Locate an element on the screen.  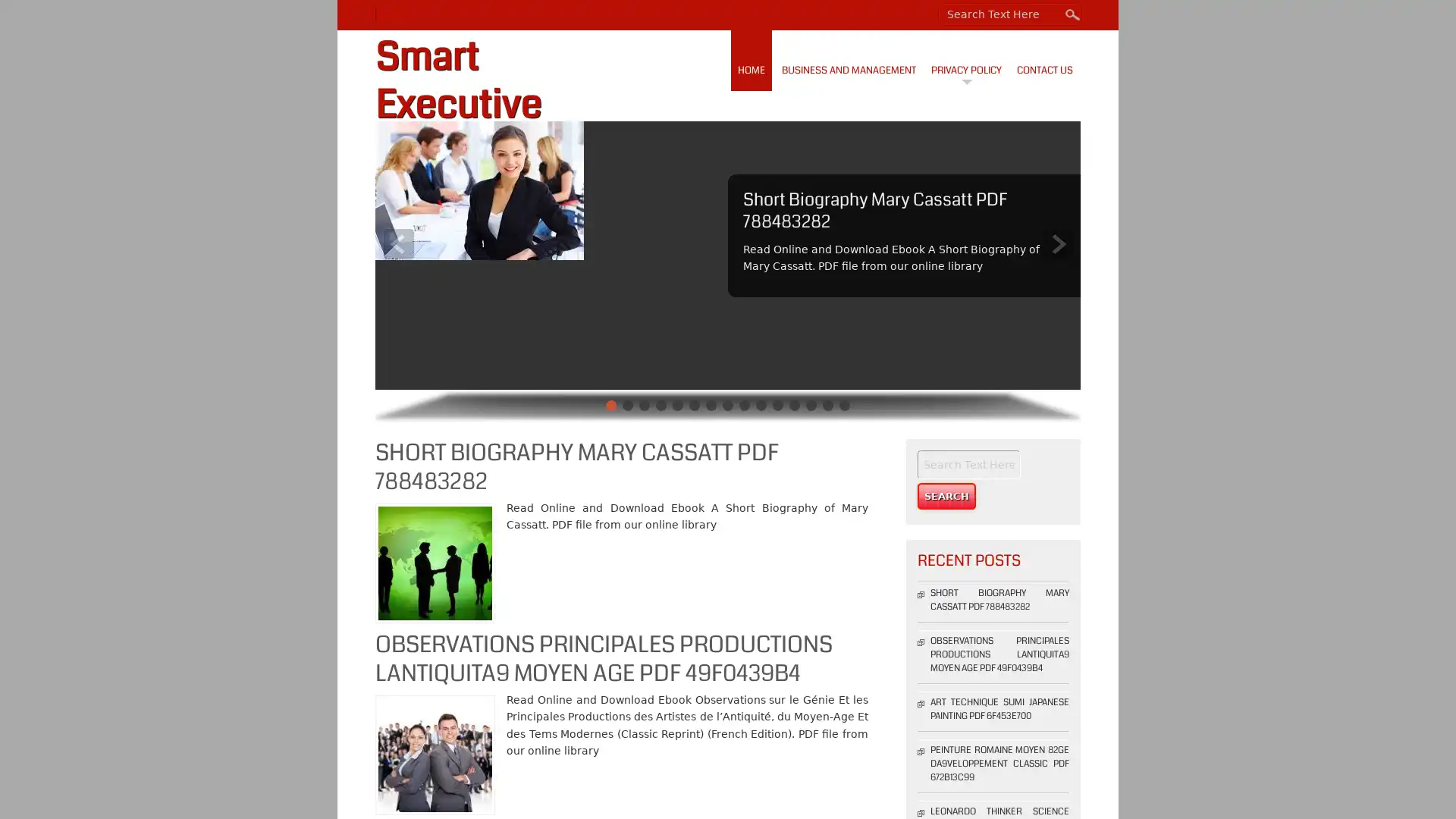
Search is located at coordinates (946, 496).